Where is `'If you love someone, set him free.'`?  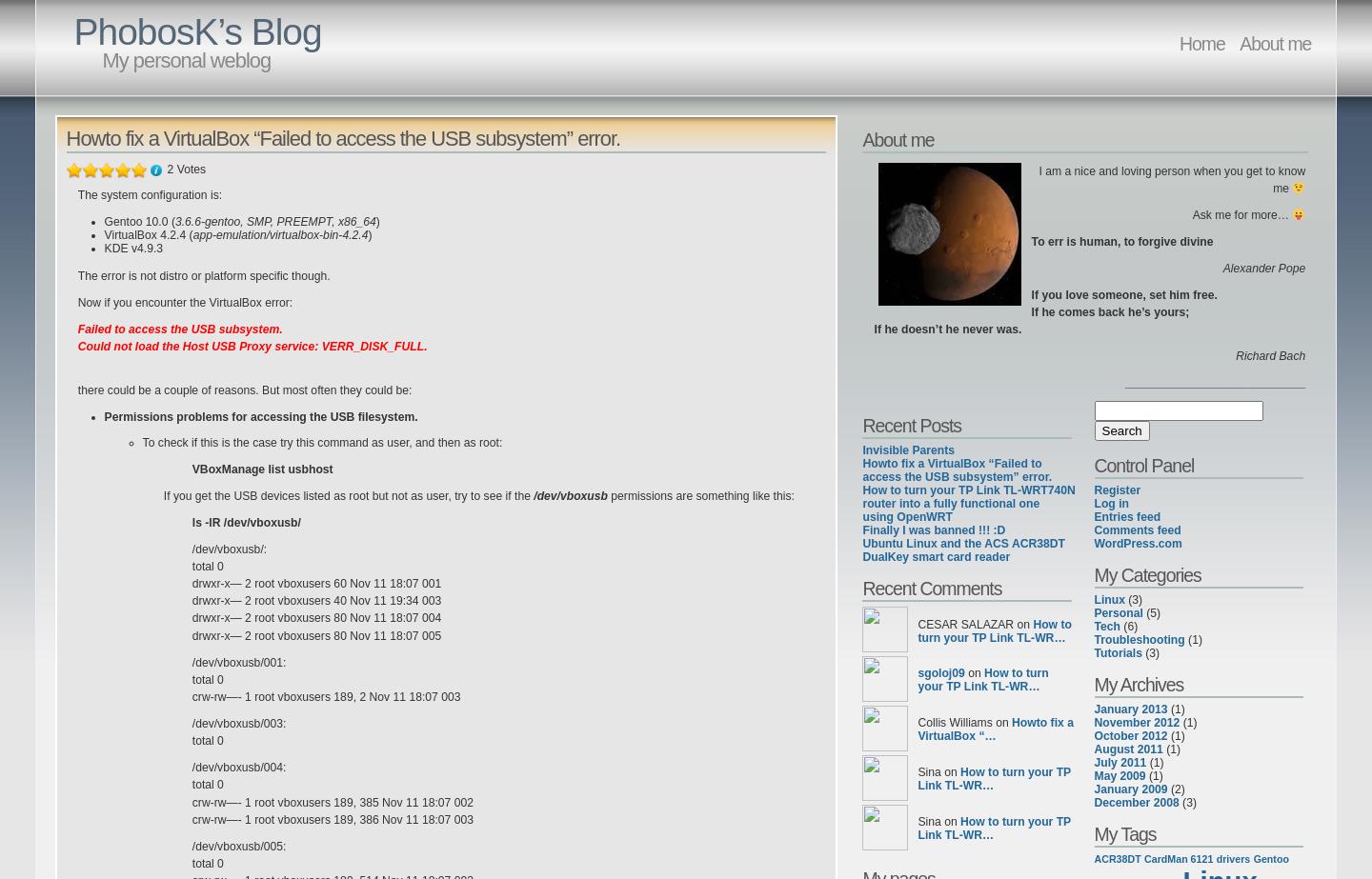 'If you love someone, set him free.' is located at coordinates (1030, 294).